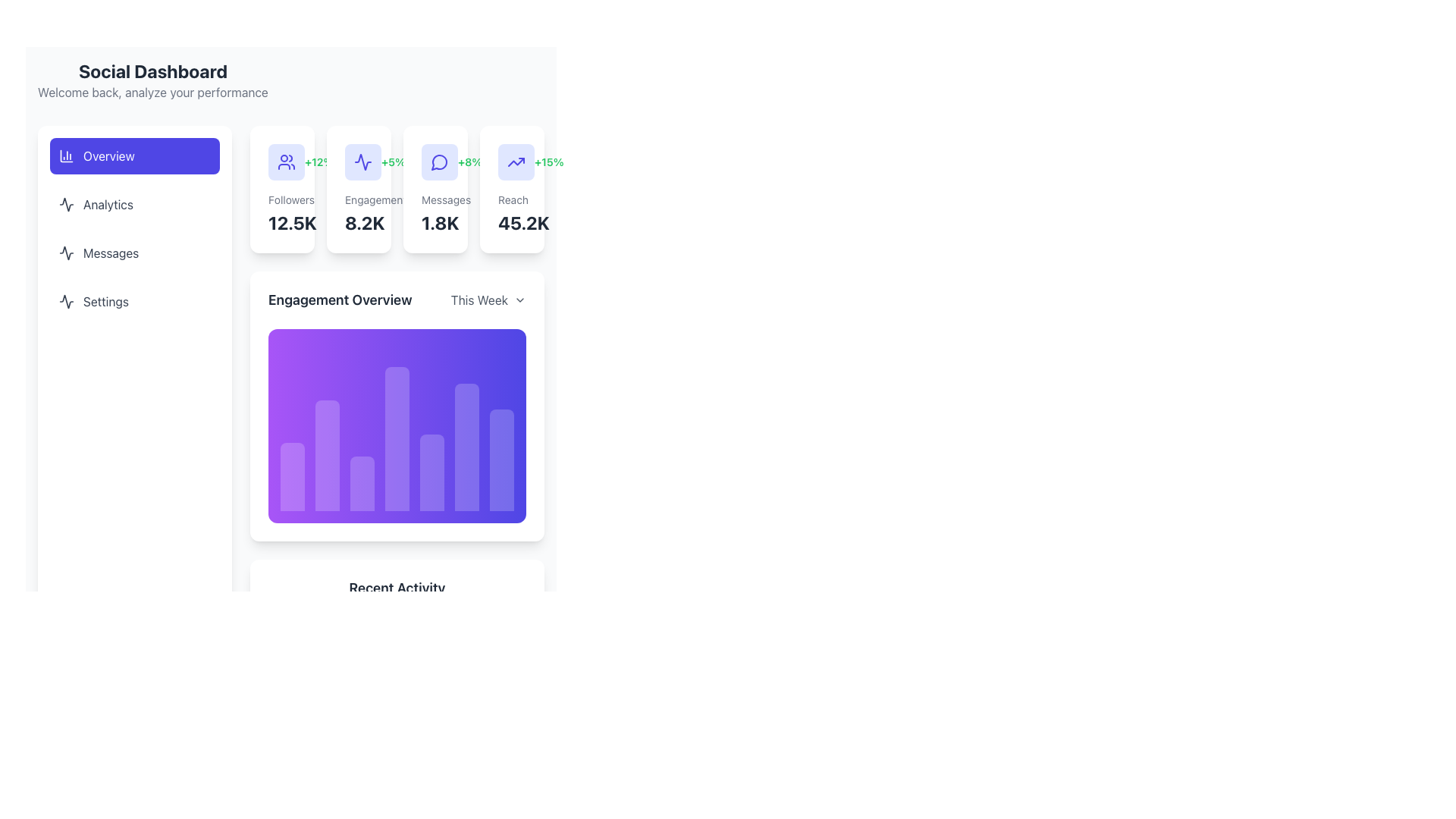  I want to click on the engagement metrics icon located between the 'Followers' box on the left and the 'Messages' box on the right at the top of the dashboard page, so click(358, 162).